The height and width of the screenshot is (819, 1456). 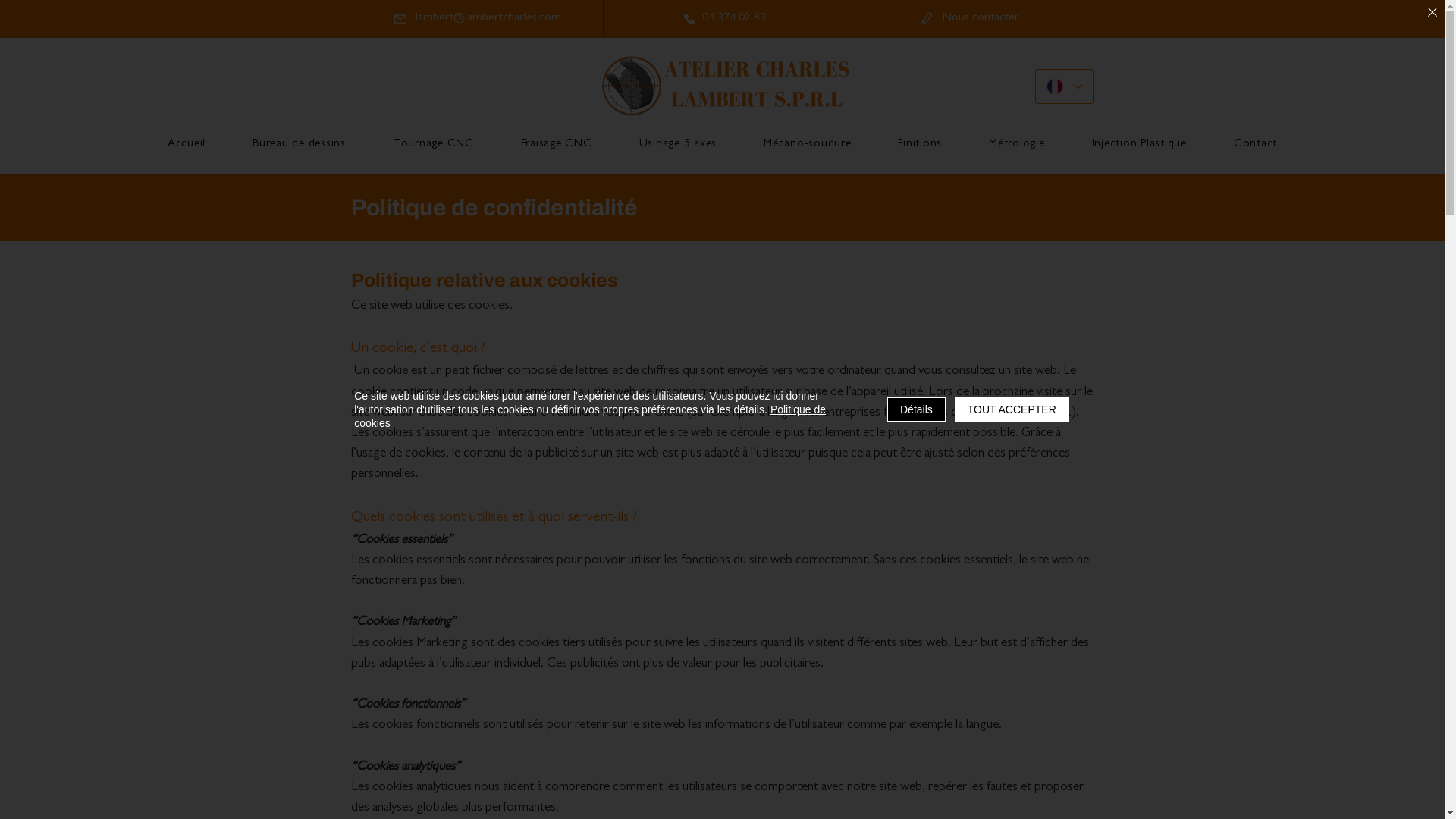 I want to click on 'Usinage 5 axes', so click(x=676, y=145).